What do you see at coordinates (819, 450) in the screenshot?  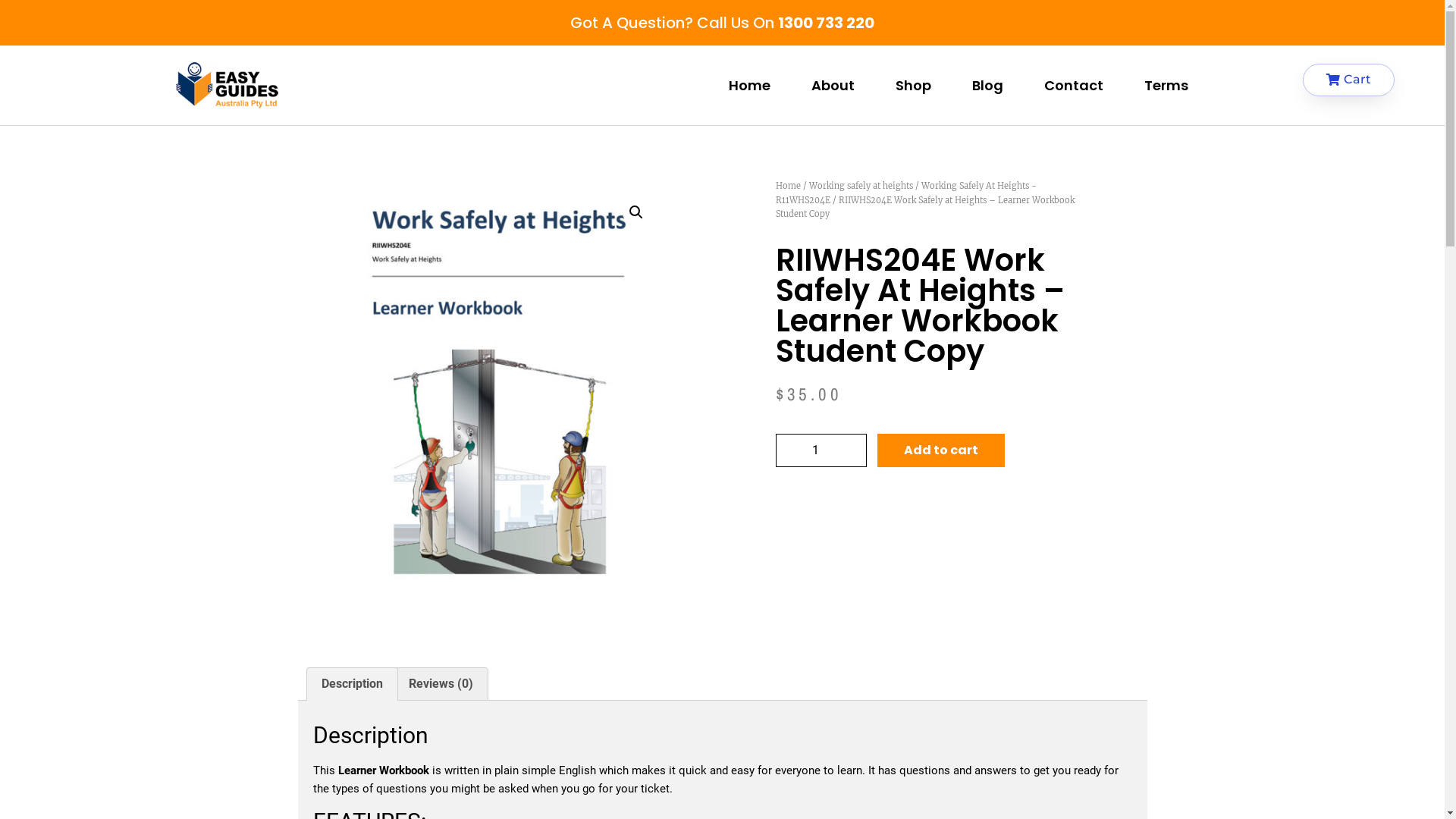 I see `'Qty'` at bounding box center [819, 450].